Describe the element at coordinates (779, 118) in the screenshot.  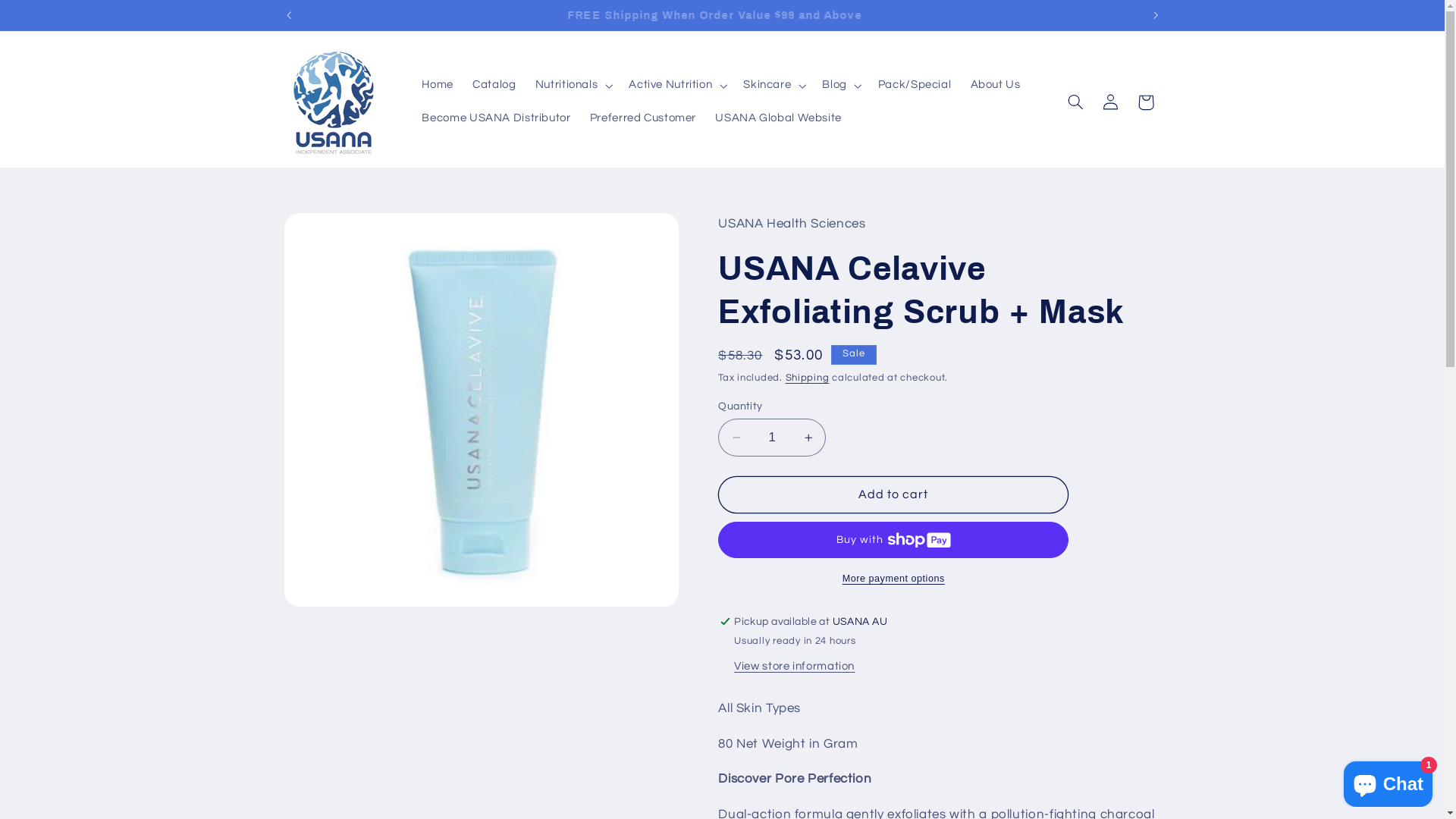
I see `'USANA Global Website'` at that location.